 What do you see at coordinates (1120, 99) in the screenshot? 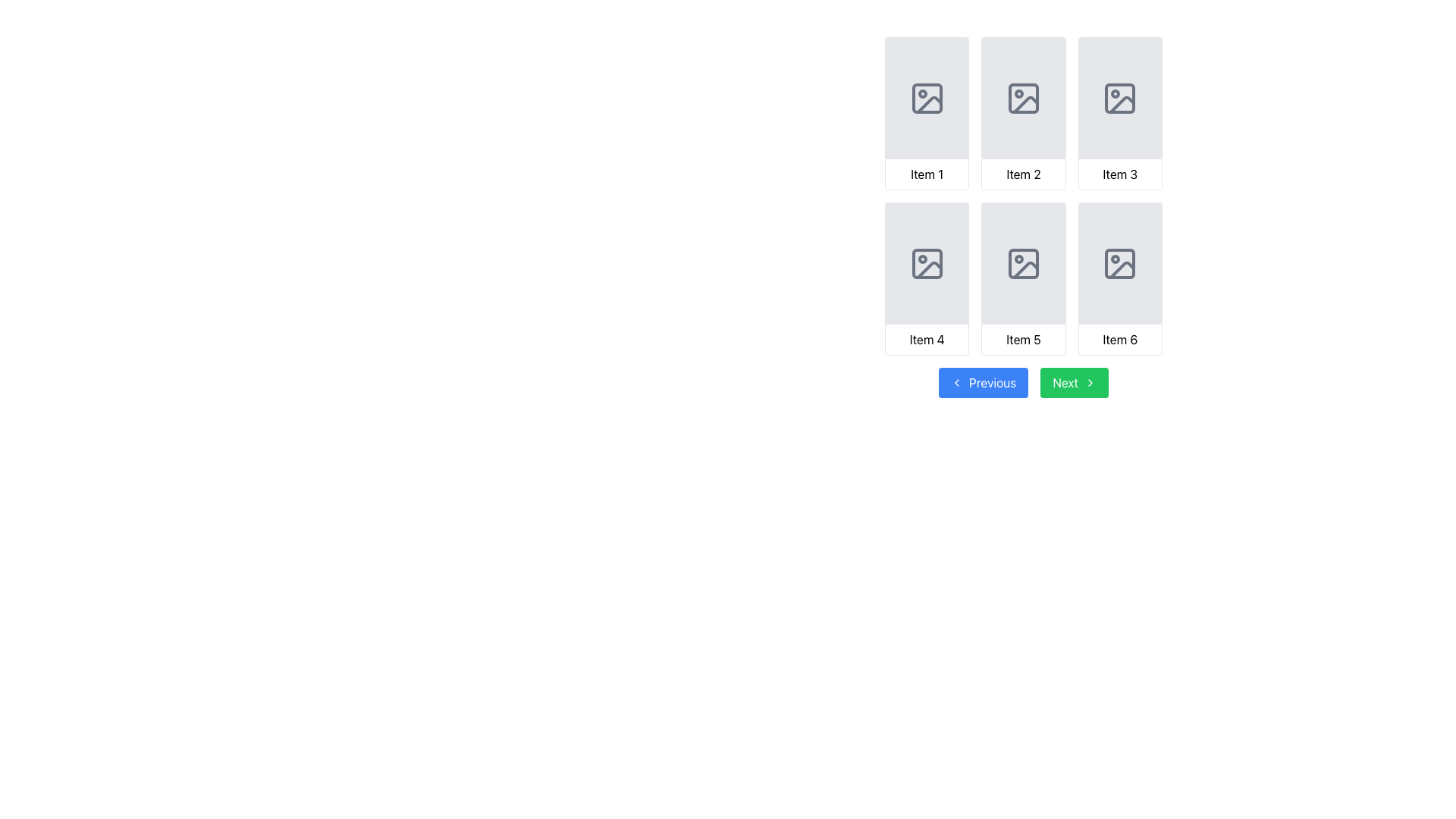
I see `the graphical icon in the third card of the grid layout, which serves as a visual indicator and is styled in light gray` at bounding box center [1120, 99].